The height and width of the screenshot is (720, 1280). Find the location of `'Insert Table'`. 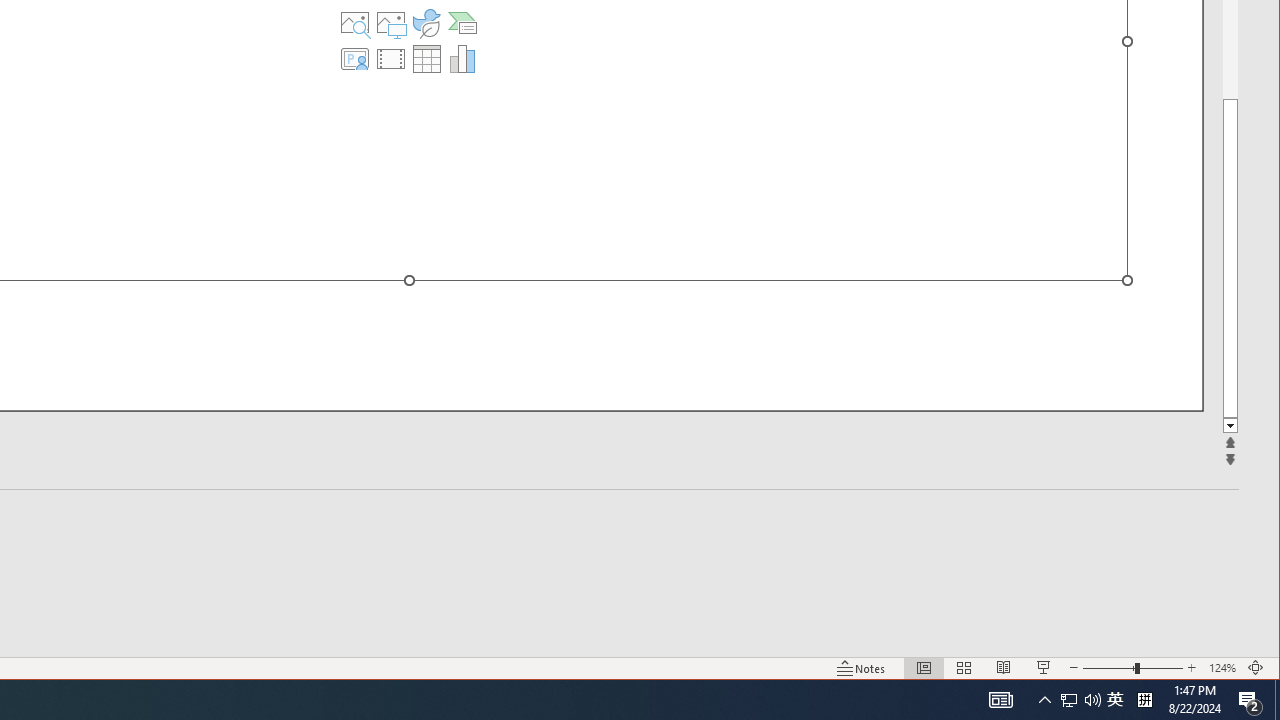

'Insert Table' is located at coordinates (425, 58).